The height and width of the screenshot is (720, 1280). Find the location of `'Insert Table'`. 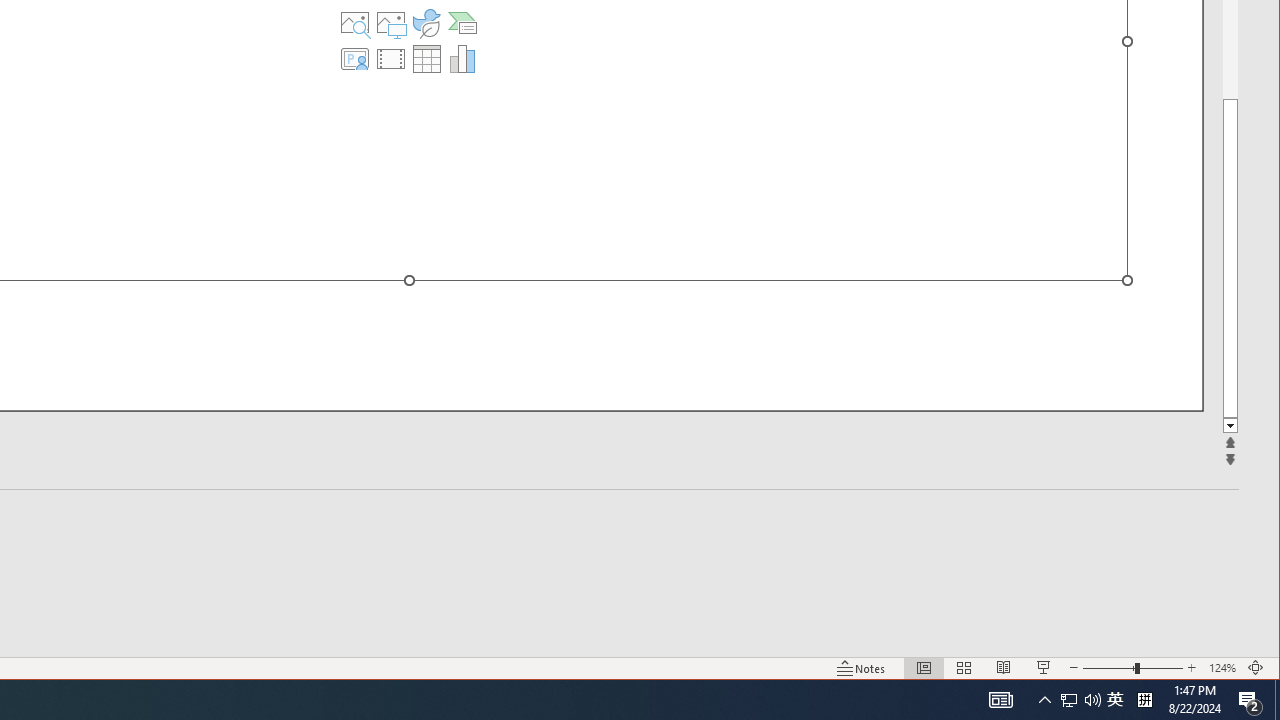

'Insert Table' is located at coordinates (425, 58).